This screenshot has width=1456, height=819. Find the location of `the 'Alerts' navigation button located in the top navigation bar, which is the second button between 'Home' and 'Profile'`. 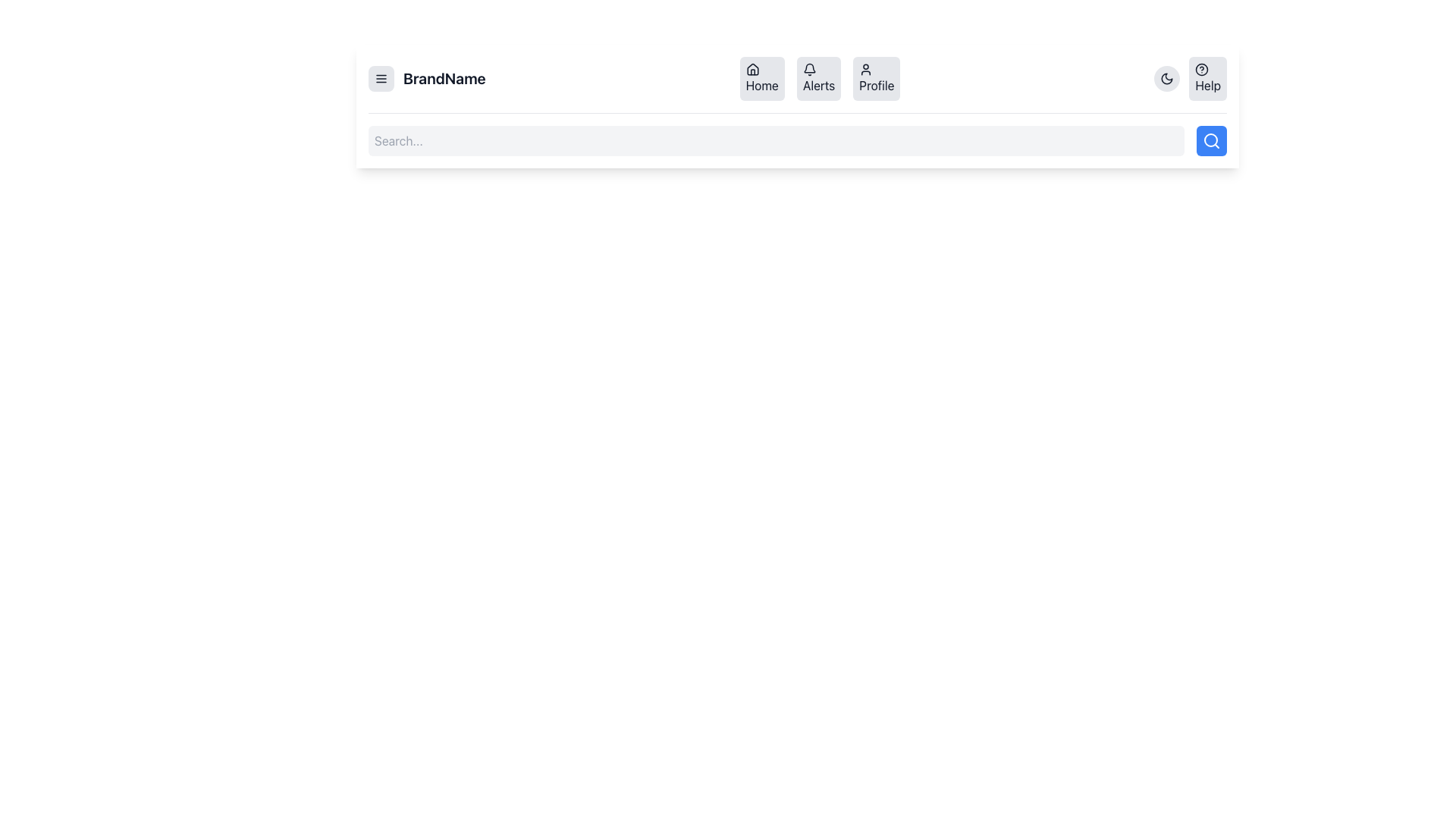

the 'Alerts' navigation button located in the top navigation bar, which is the second button between 'Home' and 'Profile' is located at coordinates (818, 79).